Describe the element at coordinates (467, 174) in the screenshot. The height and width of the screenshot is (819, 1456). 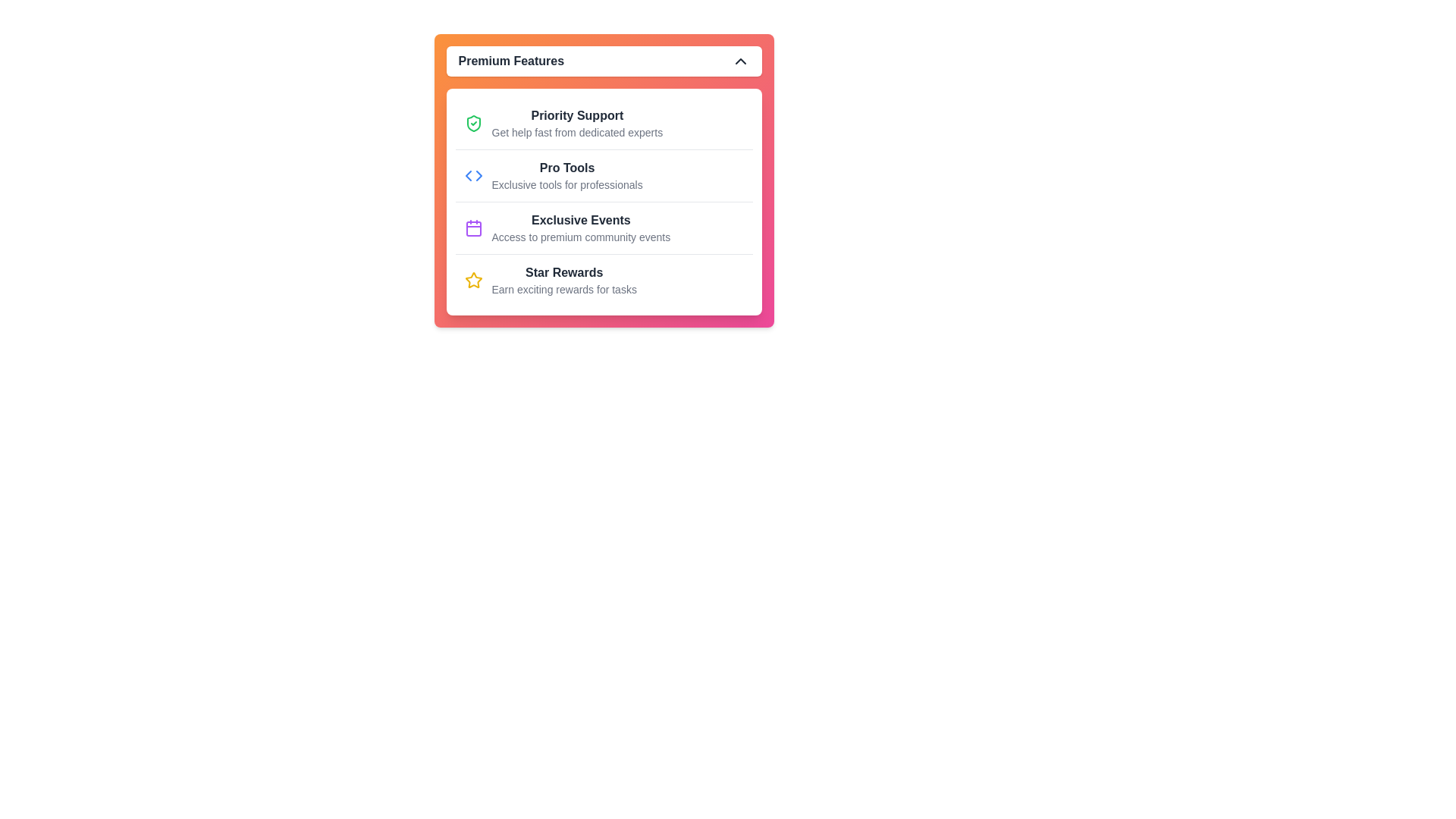
I see `the leftward-pointing part of the decorative code-bracket icon that is positioned beside the 'Pro Tools' option in the second row of options` at that location.